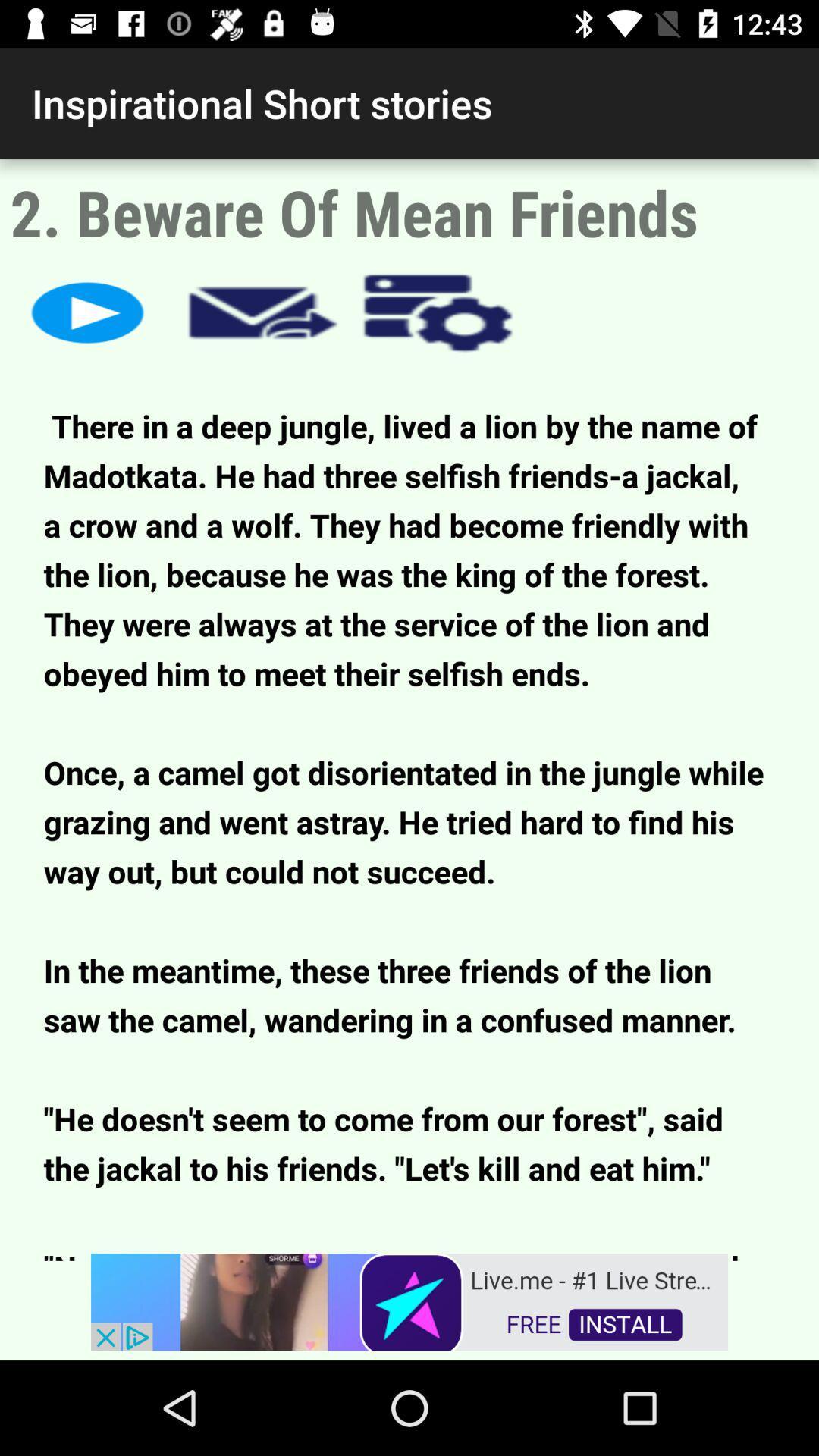 Image resolution: width=819 pixels, height=1456 pixels. Describe the element at coordinates (409, 1300) in the screenshot. I see `install an app` at that location.